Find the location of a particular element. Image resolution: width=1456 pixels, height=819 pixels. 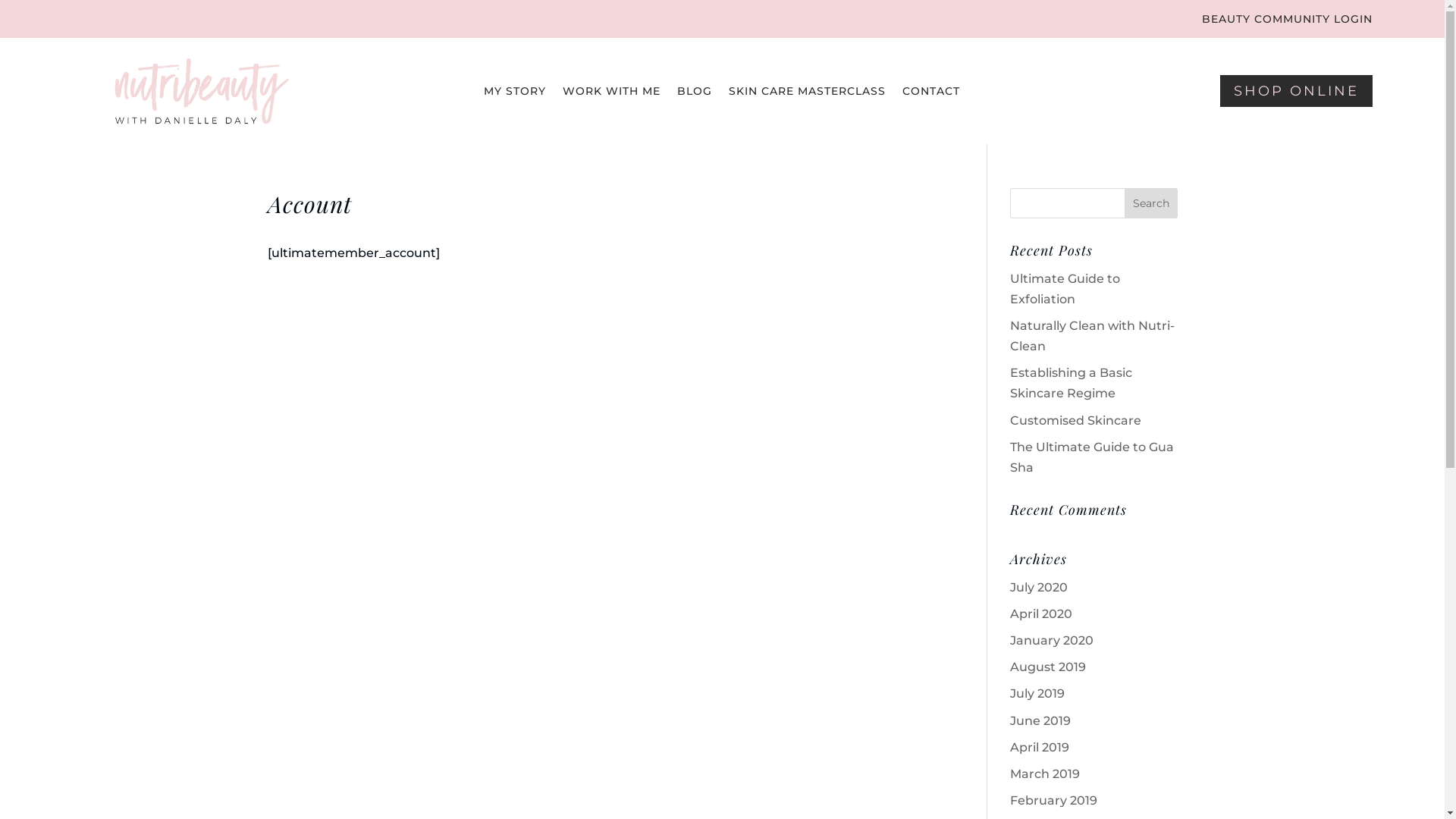

'Naturally Clean with Nutri-Clean' is located at coordinates (1092, 335).